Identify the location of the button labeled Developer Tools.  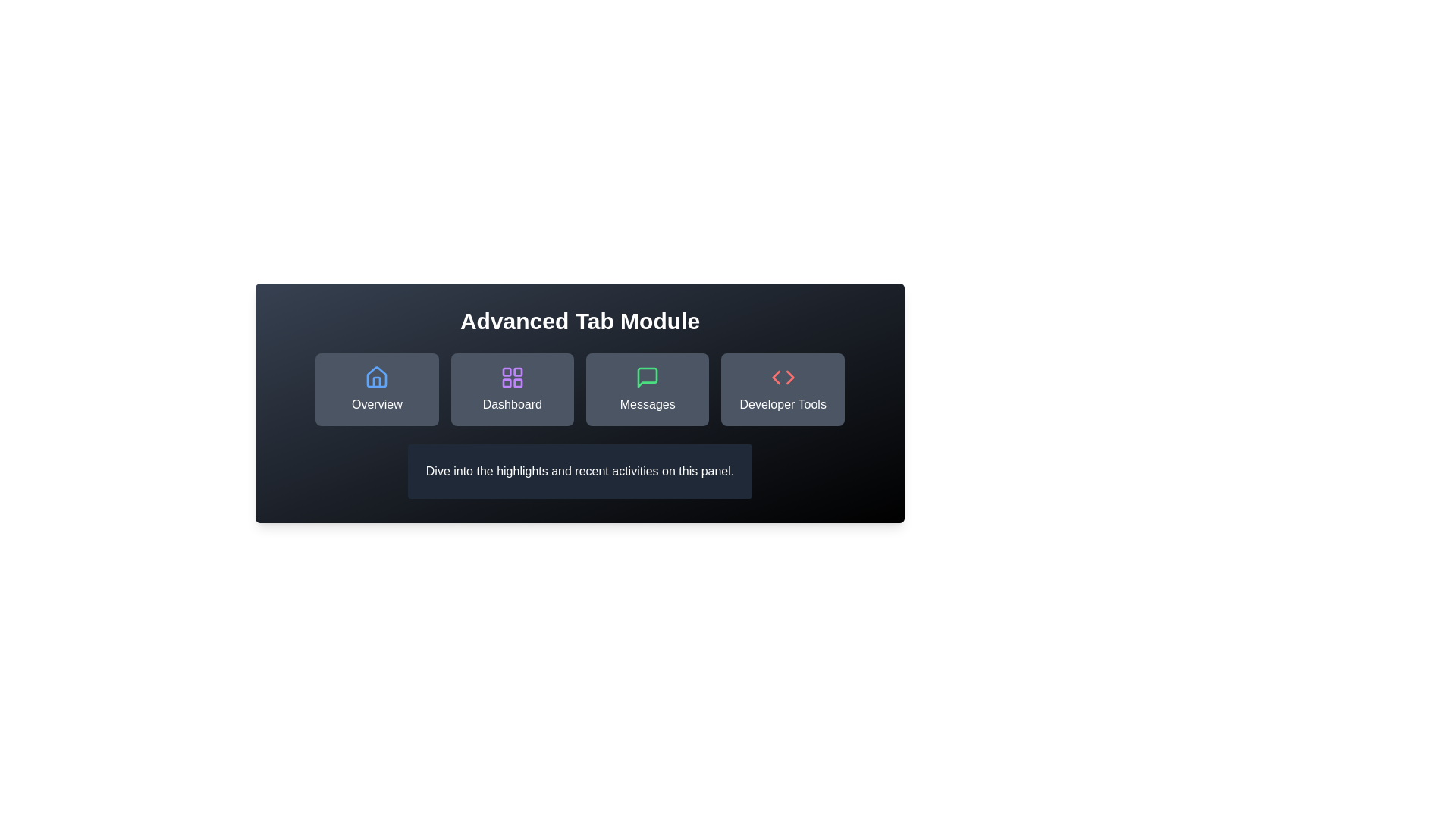
(783, 388).